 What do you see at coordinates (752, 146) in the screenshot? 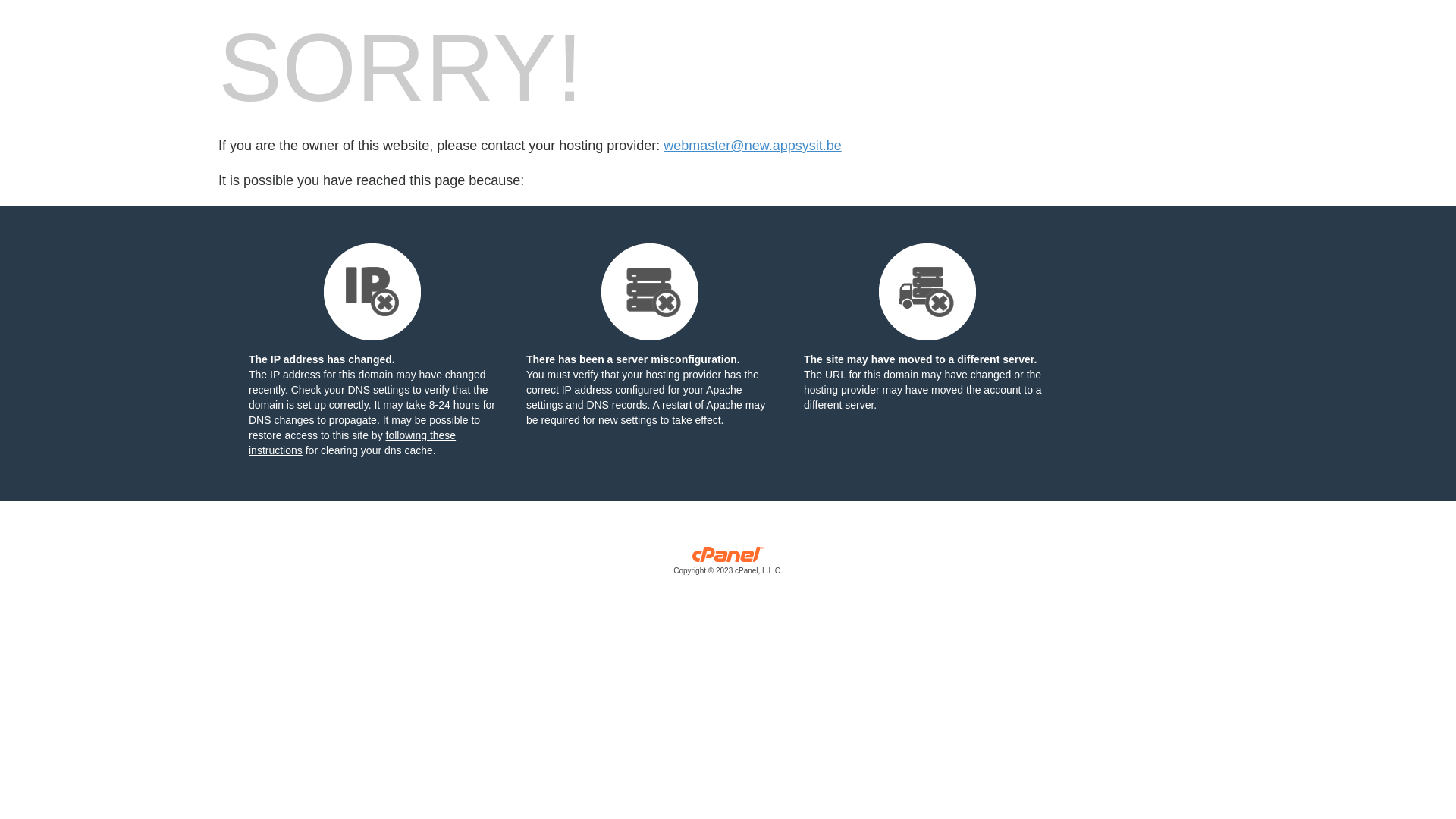
I see `'webmaster@new.appsysit.be'` at bounding box center [752, 146].